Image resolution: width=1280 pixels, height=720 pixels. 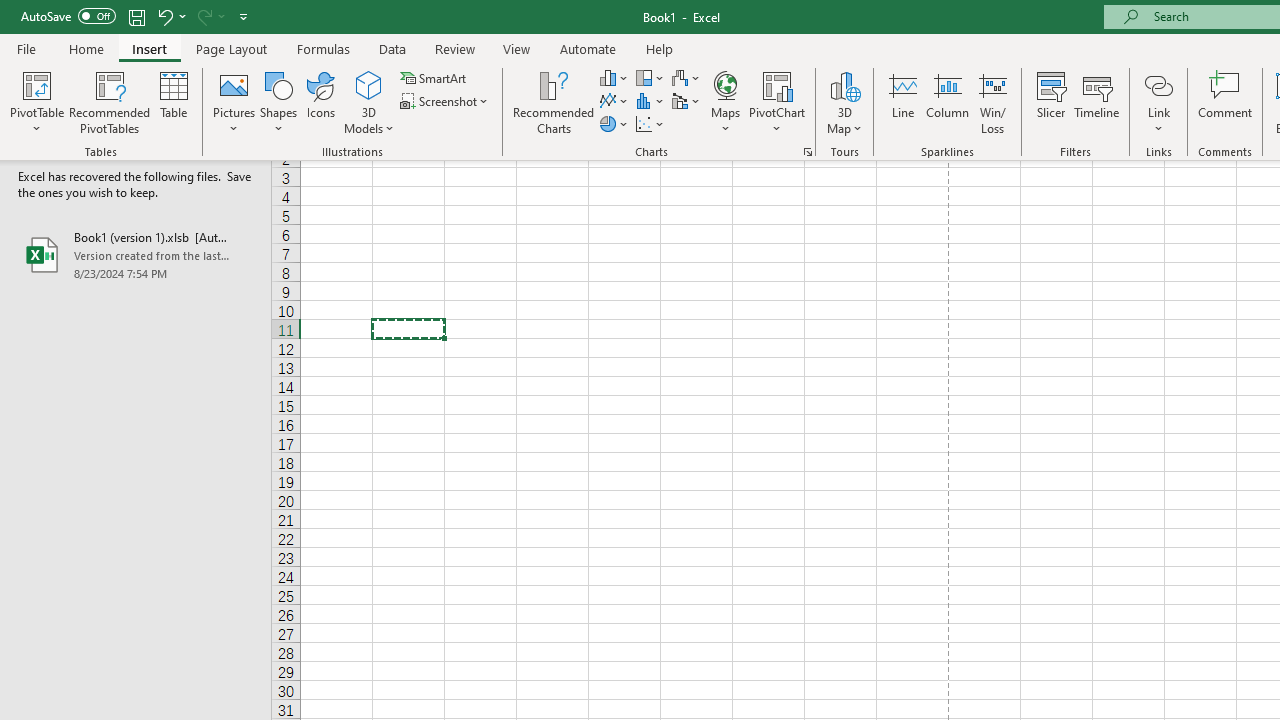 What do you see at coordinates (392, 48) in the screenshot?
I see `'Data'` at bounding box center [392, 48].